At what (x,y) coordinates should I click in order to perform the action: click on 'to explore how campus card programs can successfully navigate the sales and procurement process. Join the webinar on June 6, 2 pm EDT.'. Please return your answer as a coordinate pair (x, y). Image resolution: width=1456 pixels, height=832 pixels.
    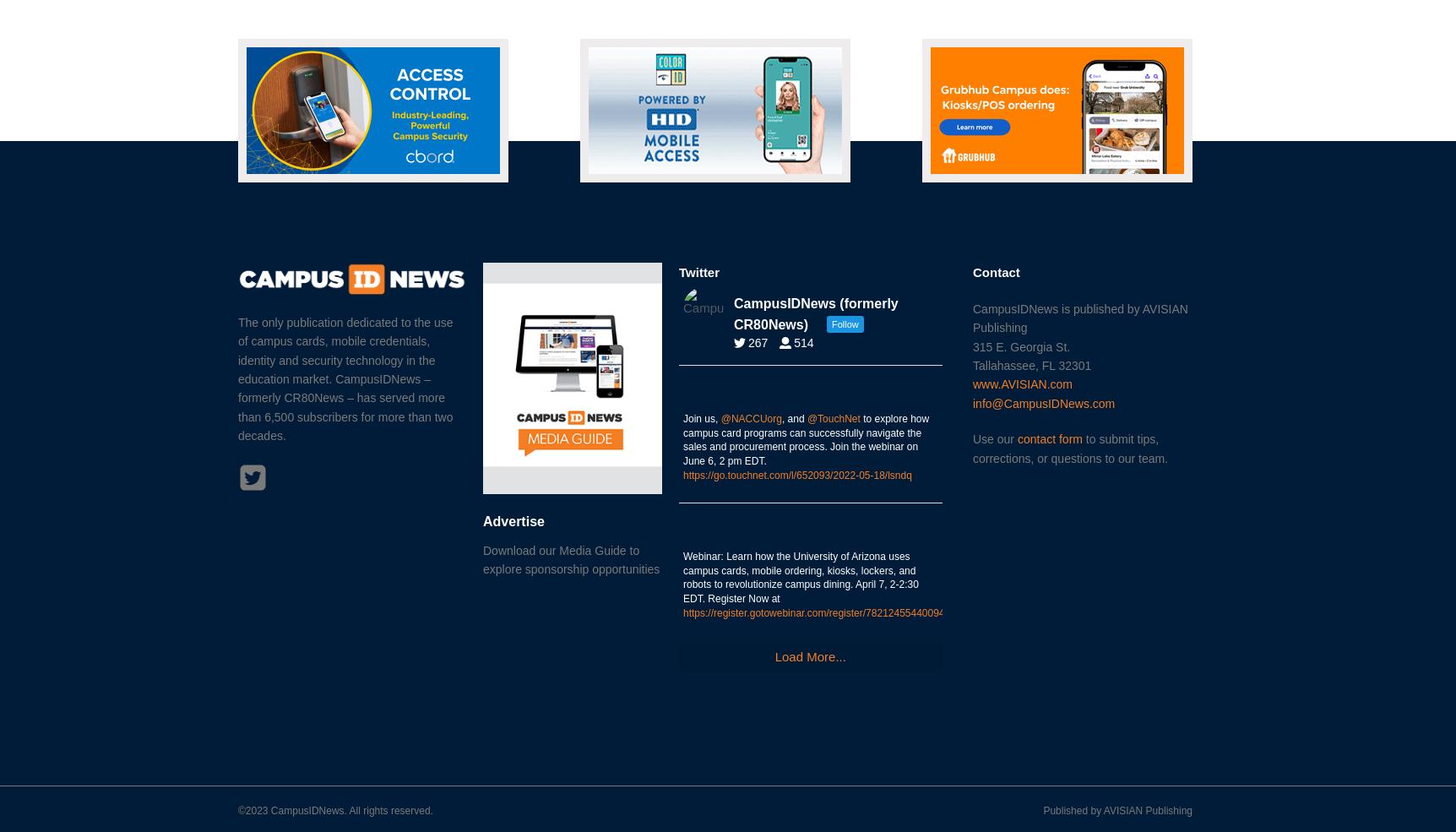
    Looking at the image, I should click on (805, 439).